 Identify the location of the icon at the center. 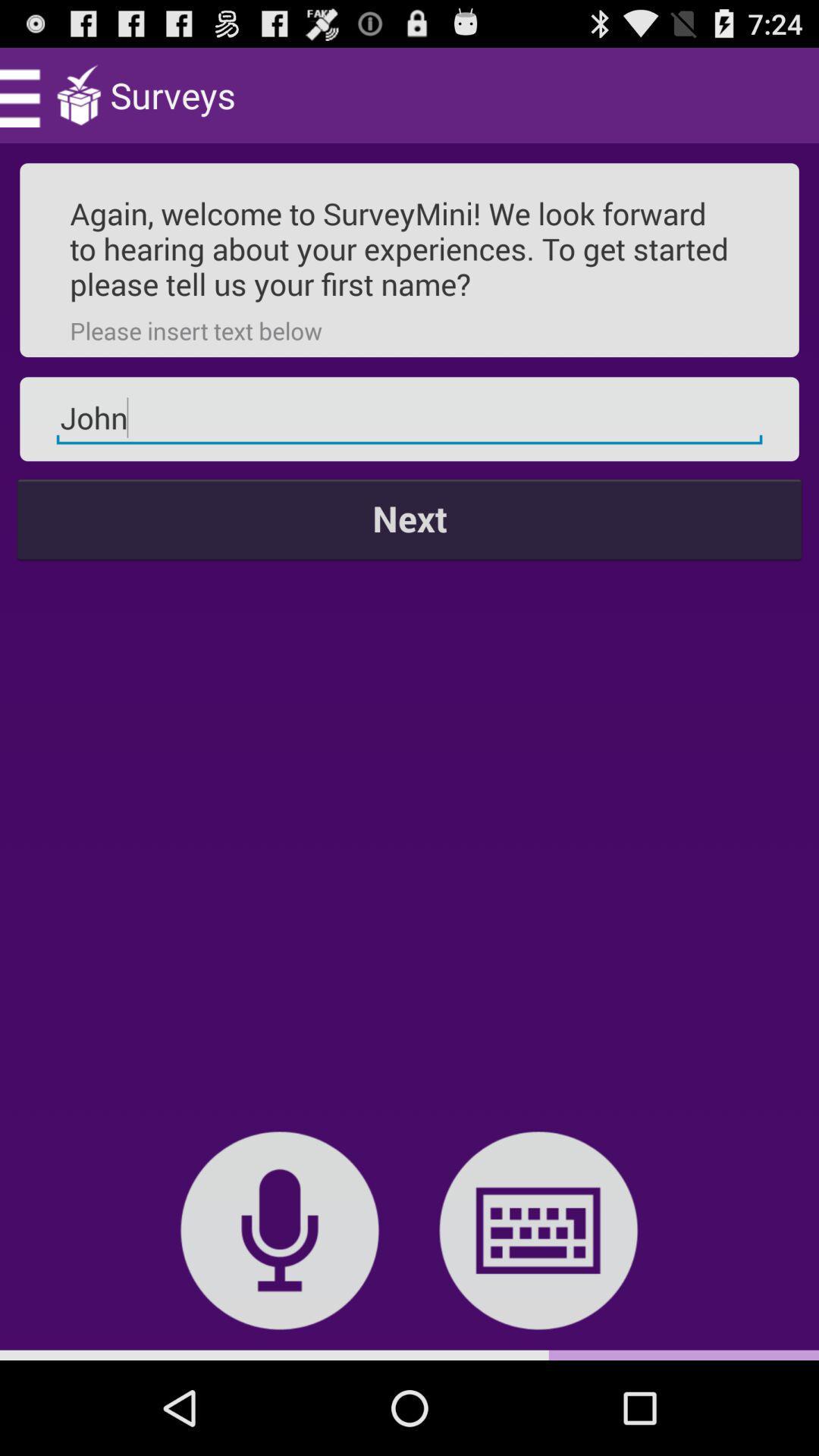
(409, 519).